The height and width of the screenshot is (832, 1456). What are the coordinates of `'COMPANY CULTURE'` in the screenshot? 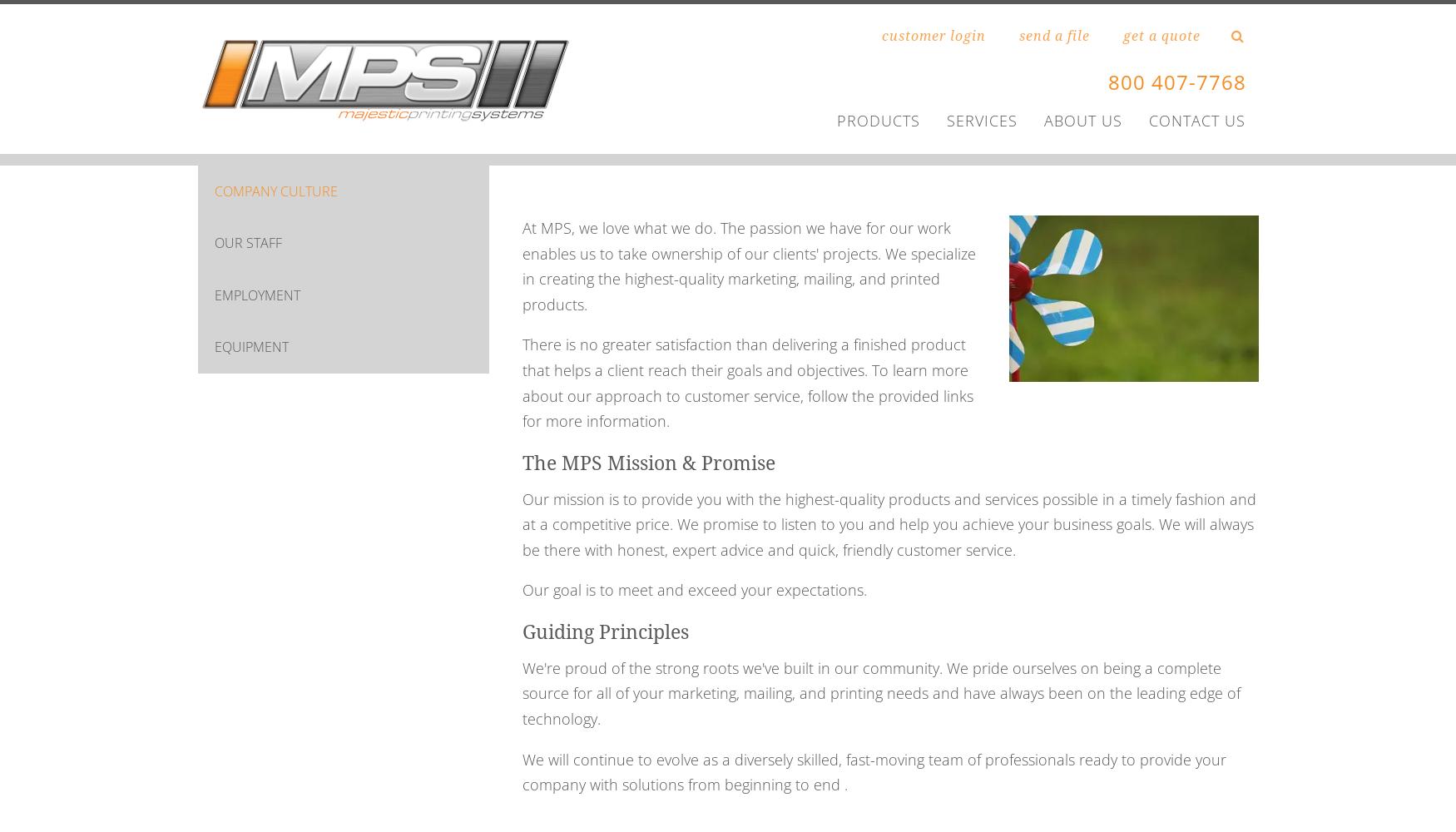 It's located at (275, 191).